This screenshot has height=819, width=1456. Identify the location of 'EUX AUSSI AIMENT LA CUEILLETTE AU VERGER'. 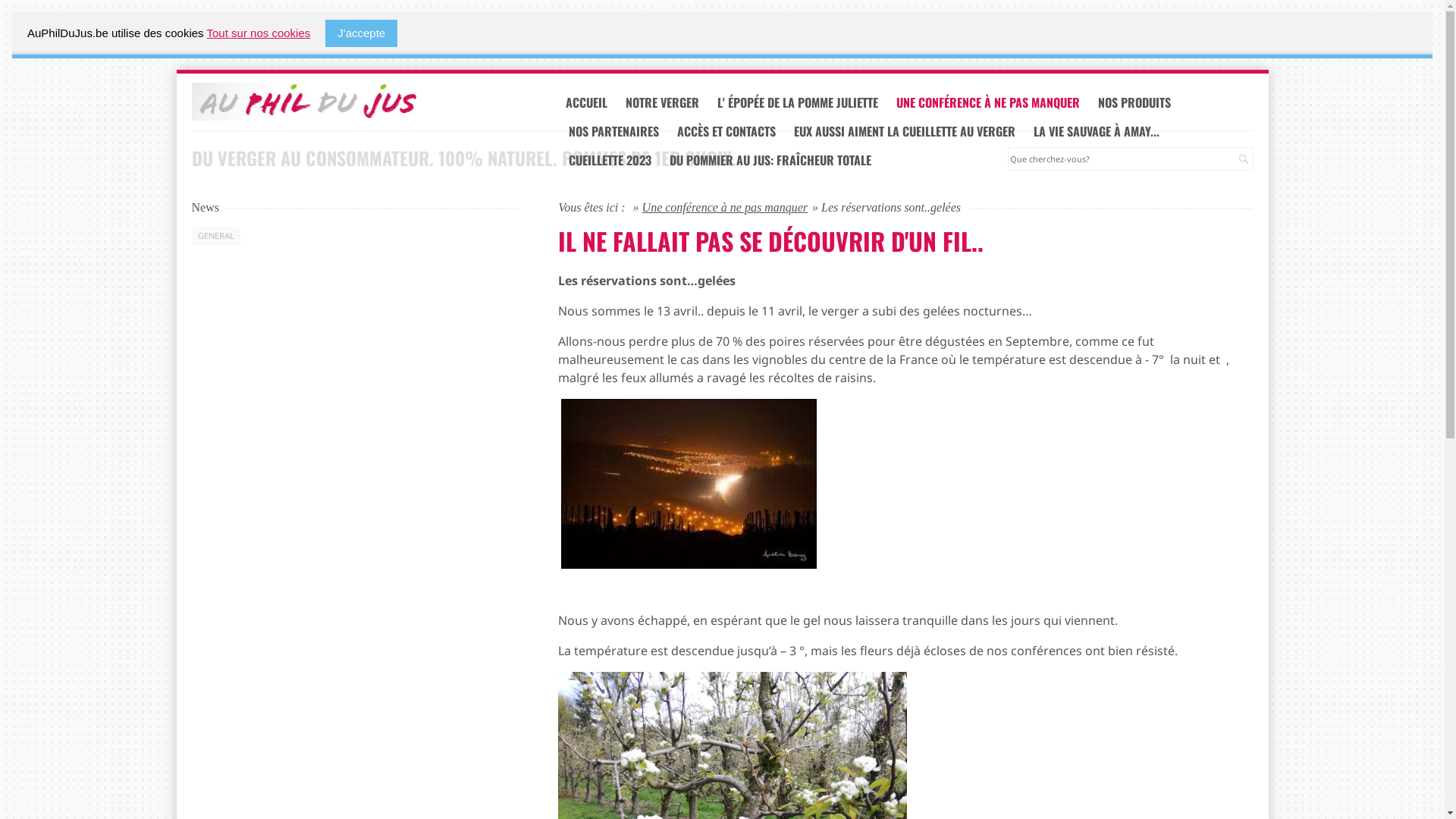
(902, 130).